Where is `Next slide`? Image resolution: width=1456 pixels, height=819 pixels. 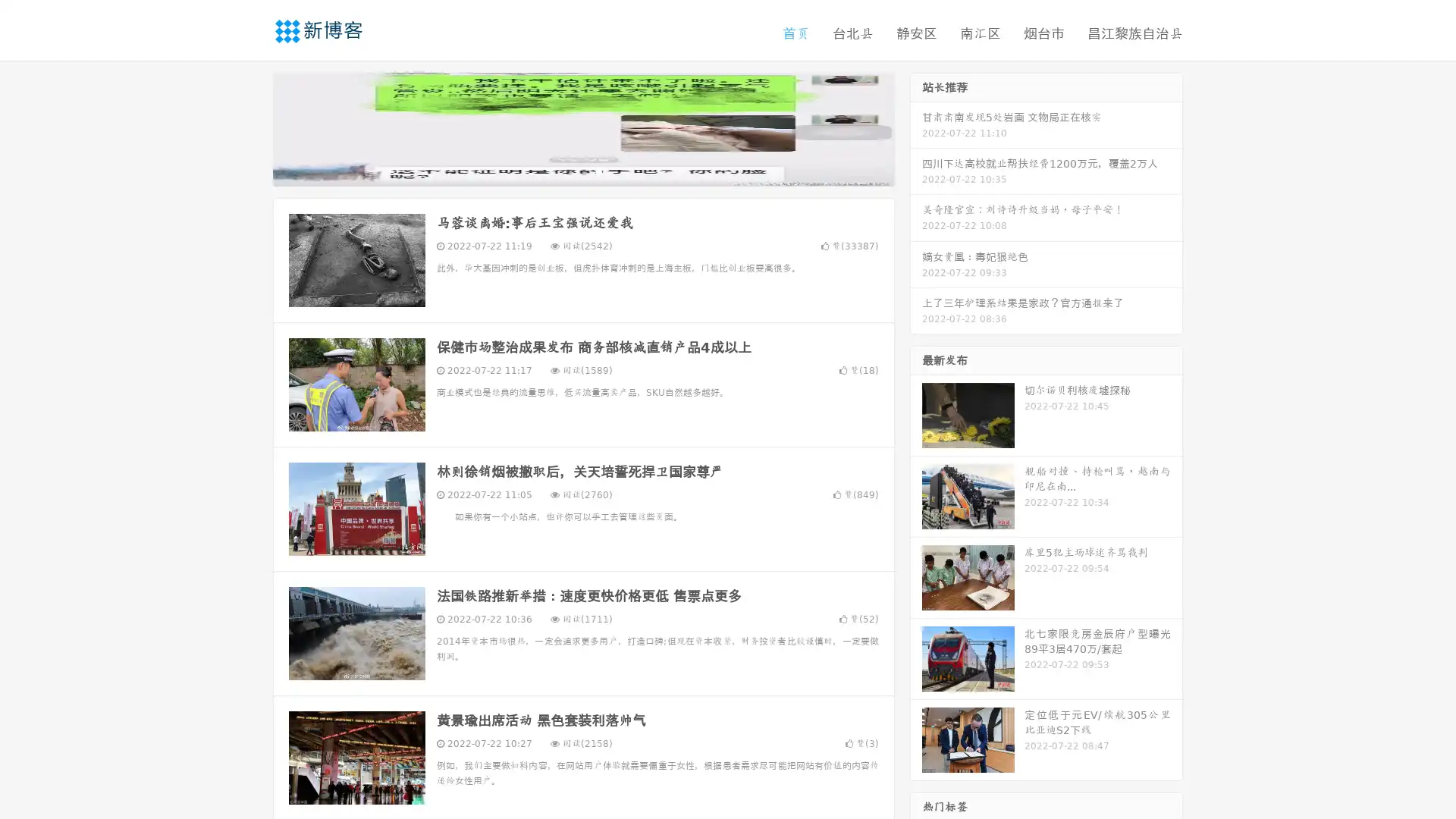
Next slide is located at coordinates (916, 127).